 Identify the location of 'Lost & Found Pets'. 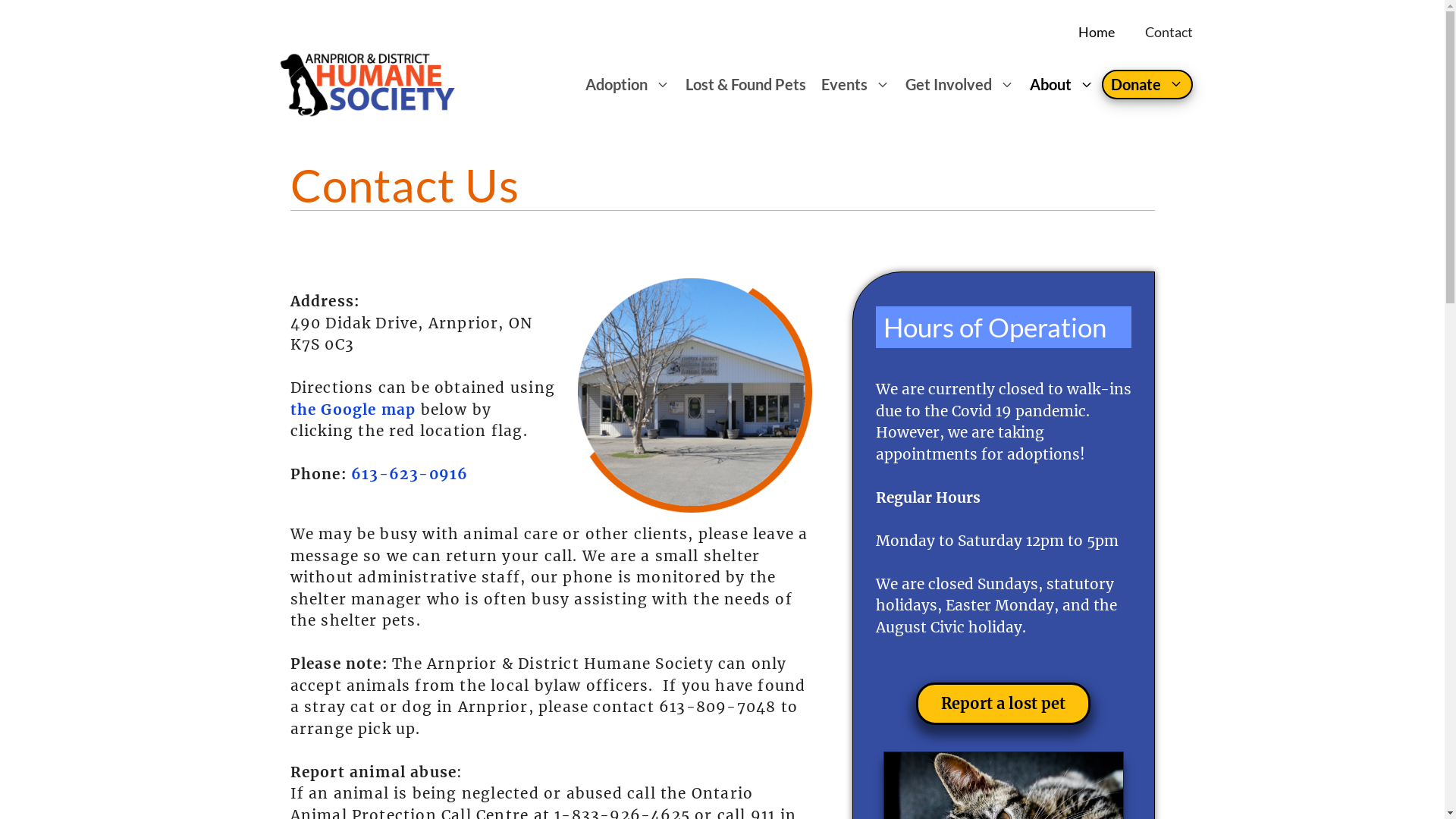
(745, 84).